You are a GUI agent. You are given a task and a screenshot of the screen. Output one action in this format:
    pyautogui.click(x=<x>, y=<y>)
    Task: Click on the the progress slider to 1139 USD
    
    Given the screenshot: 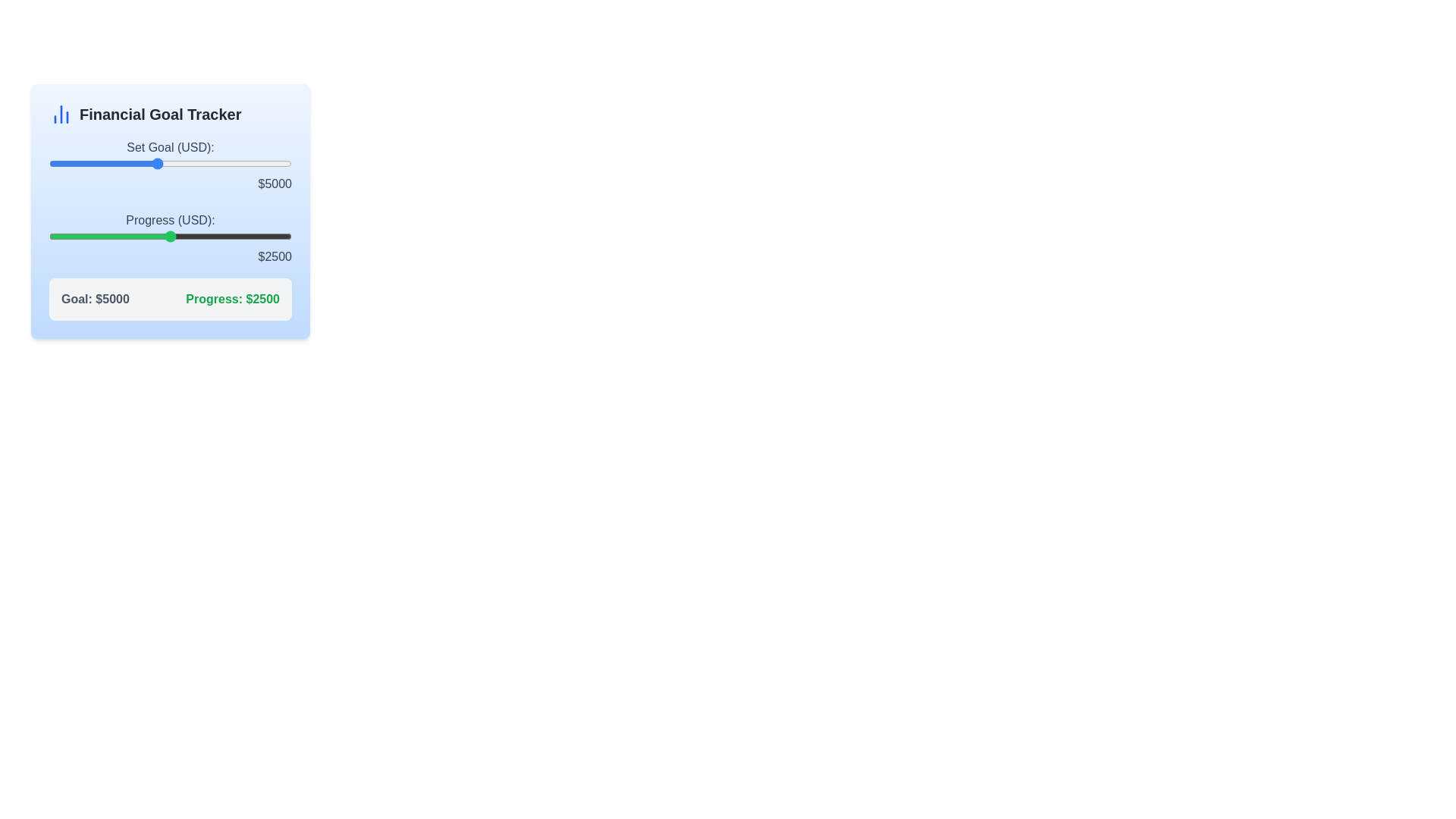 What is the action you would take?
    pyautogui.click(x=103, y=237)
    